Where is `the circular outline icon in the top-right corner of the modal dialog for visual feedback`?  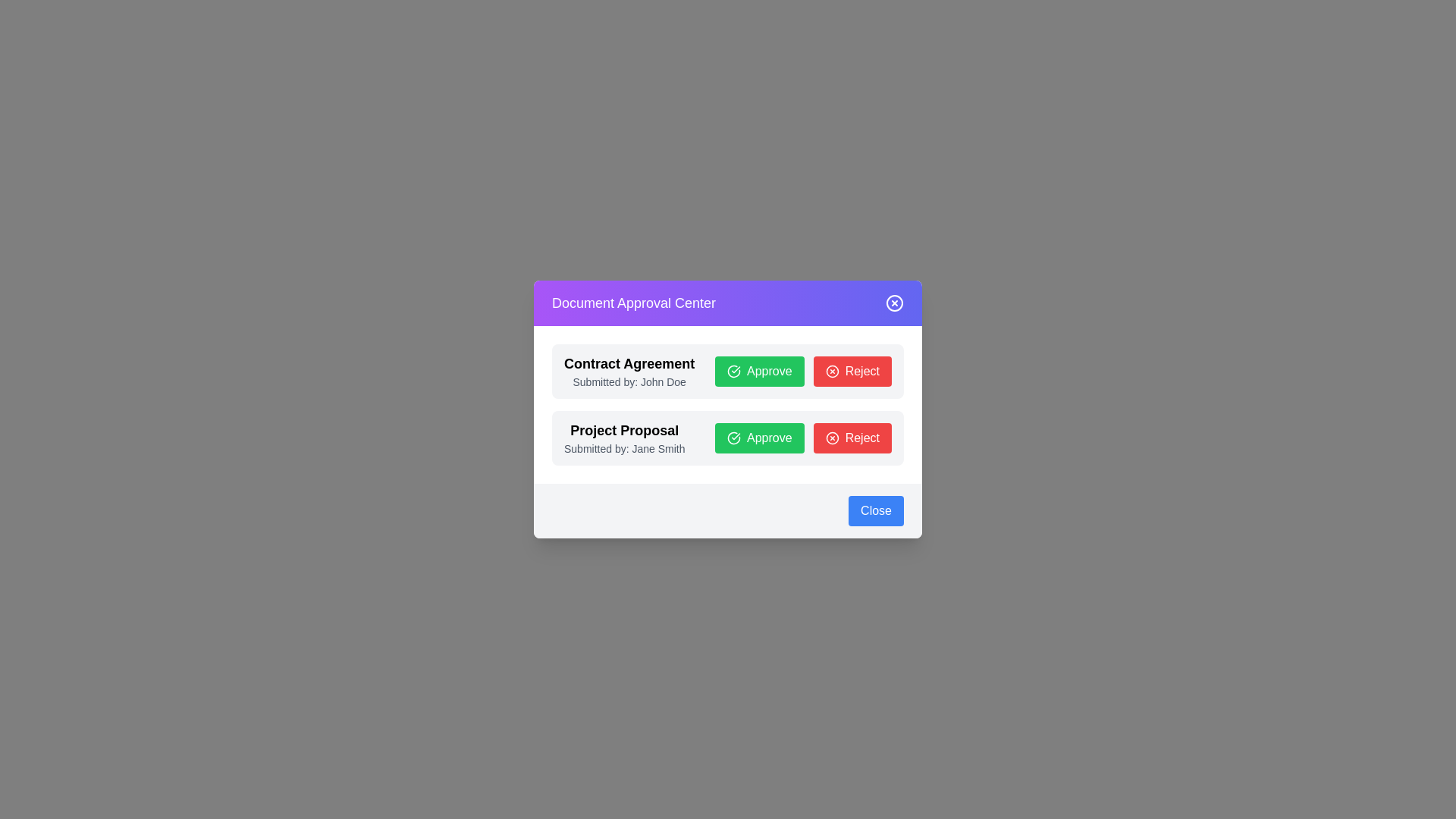 the circular outline icon in the top-right corner of the modal dialog for visual feedback is located at coordinates (895, 303).